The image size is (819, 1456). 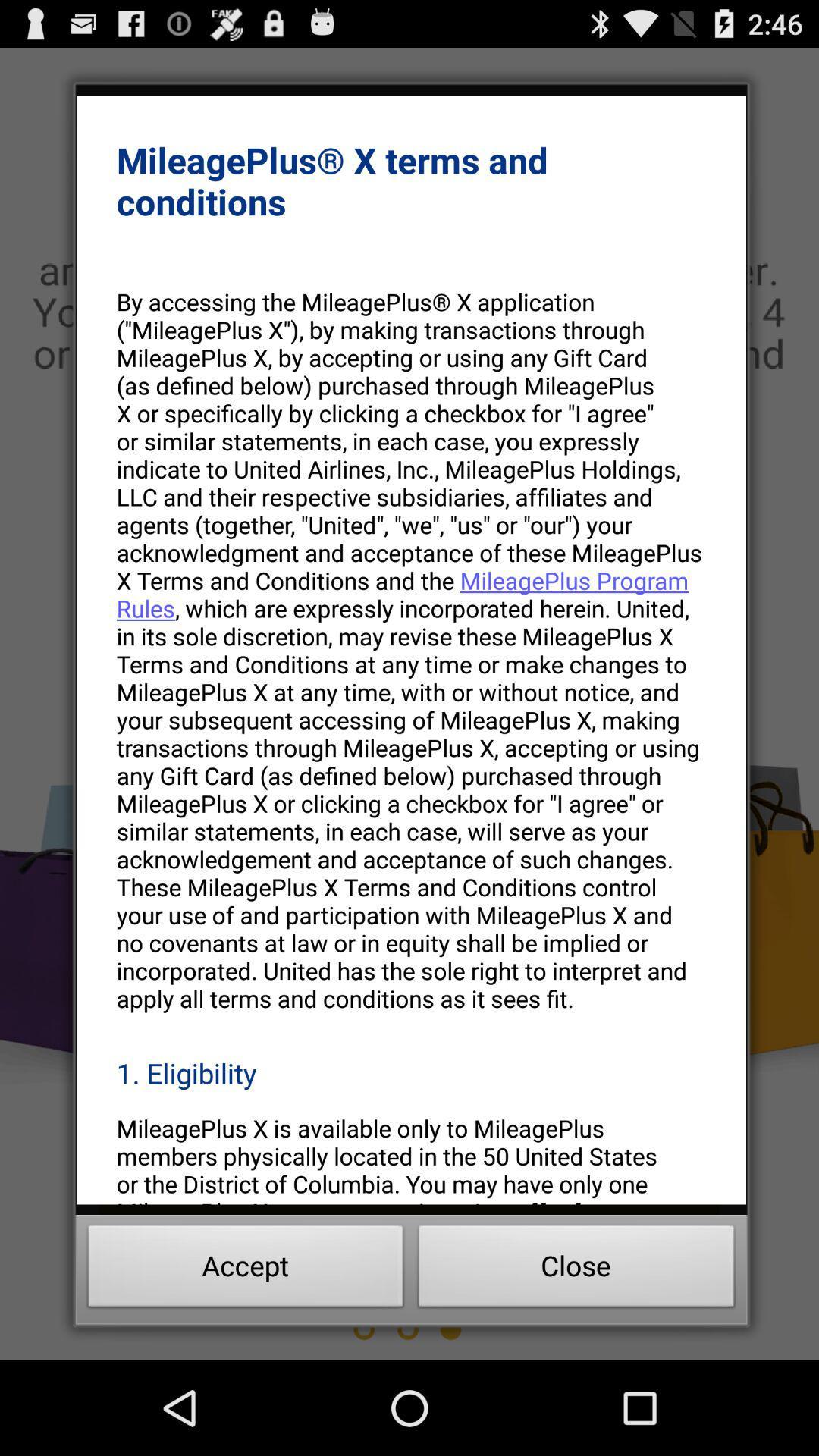 I want to click on the by accessing the, so click(x=411, y=650).